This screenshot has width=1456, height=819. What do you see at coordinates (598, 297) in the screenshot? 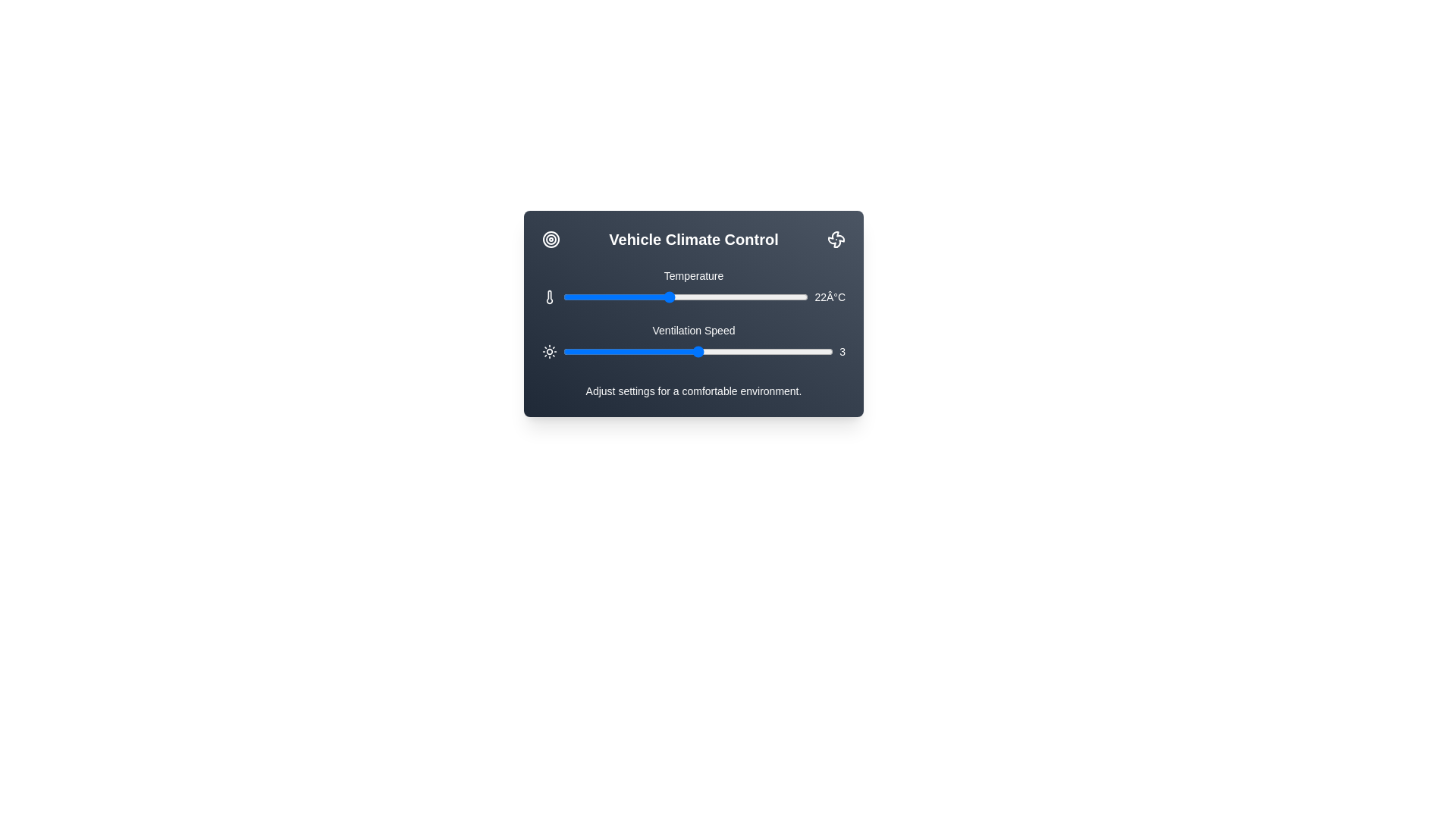
I see `the temperature slider to set the temperature to 18 degrees Celsius` at bounding box center [598, 297].